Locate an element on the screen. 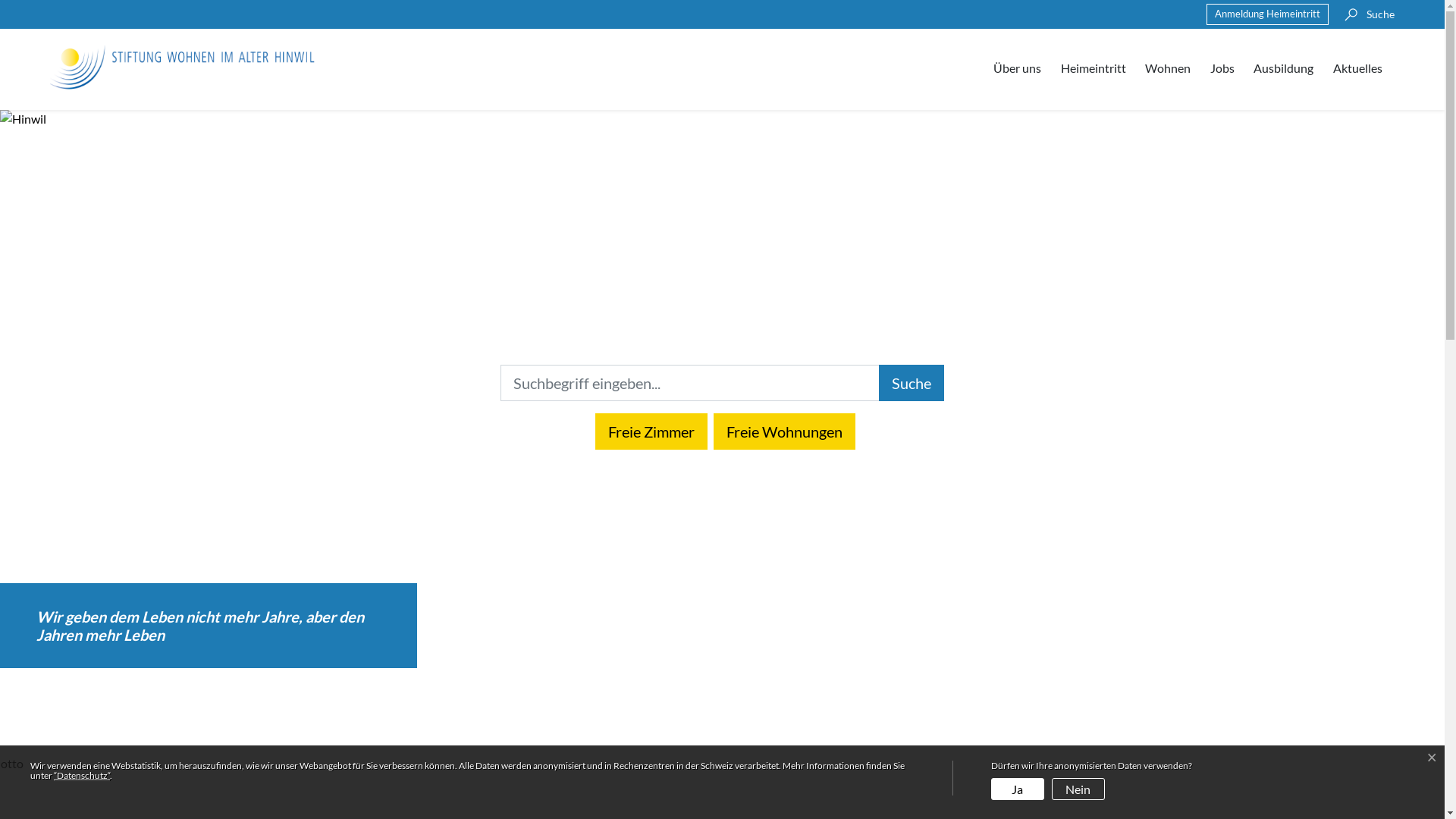  'Ja' is located at coordinates (1018, 777).